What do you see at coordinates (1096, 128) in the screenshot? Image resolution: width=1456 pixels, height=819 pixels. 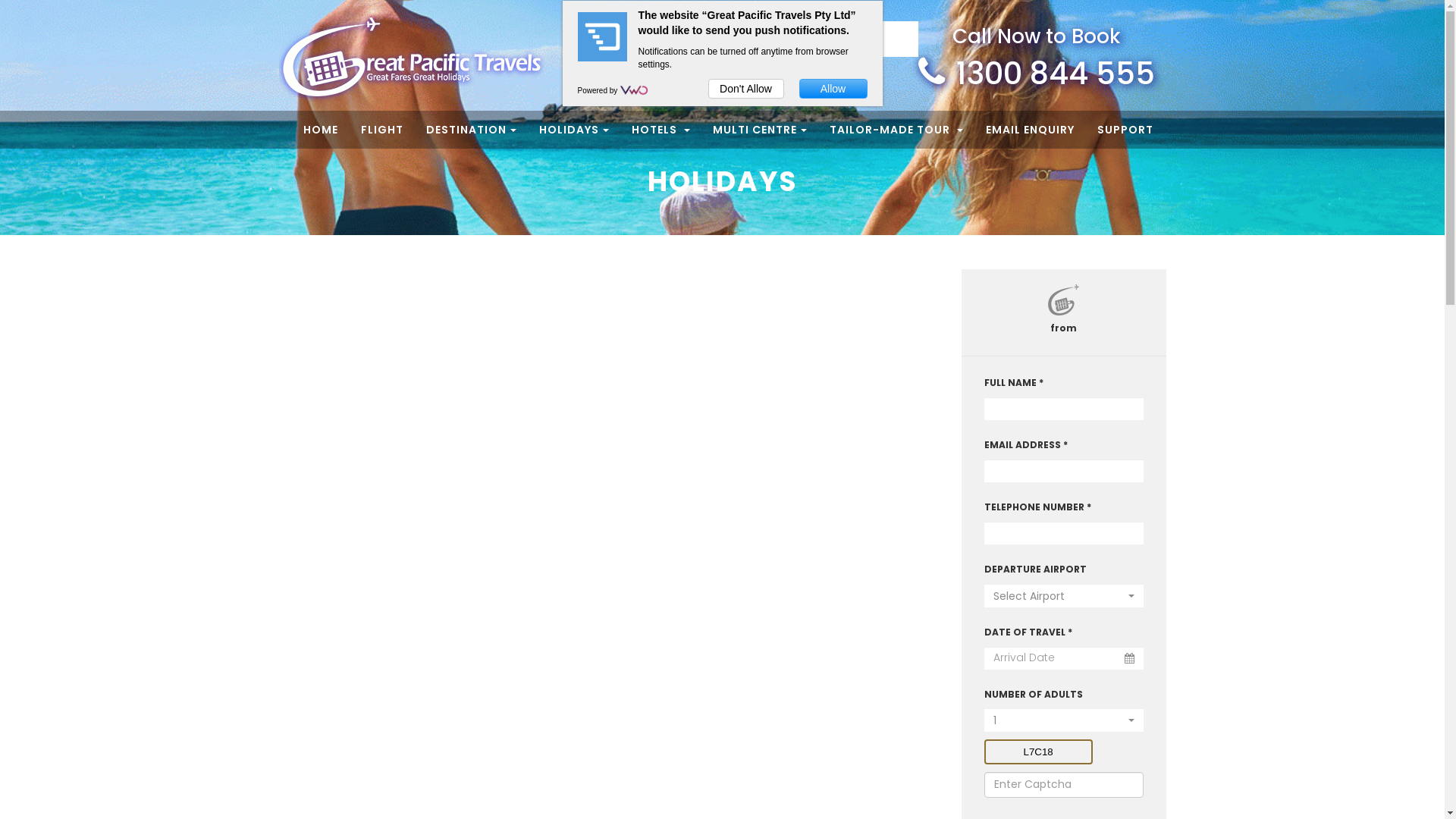 I see `'SUPPORT'` at bounding box center [1096, 128].